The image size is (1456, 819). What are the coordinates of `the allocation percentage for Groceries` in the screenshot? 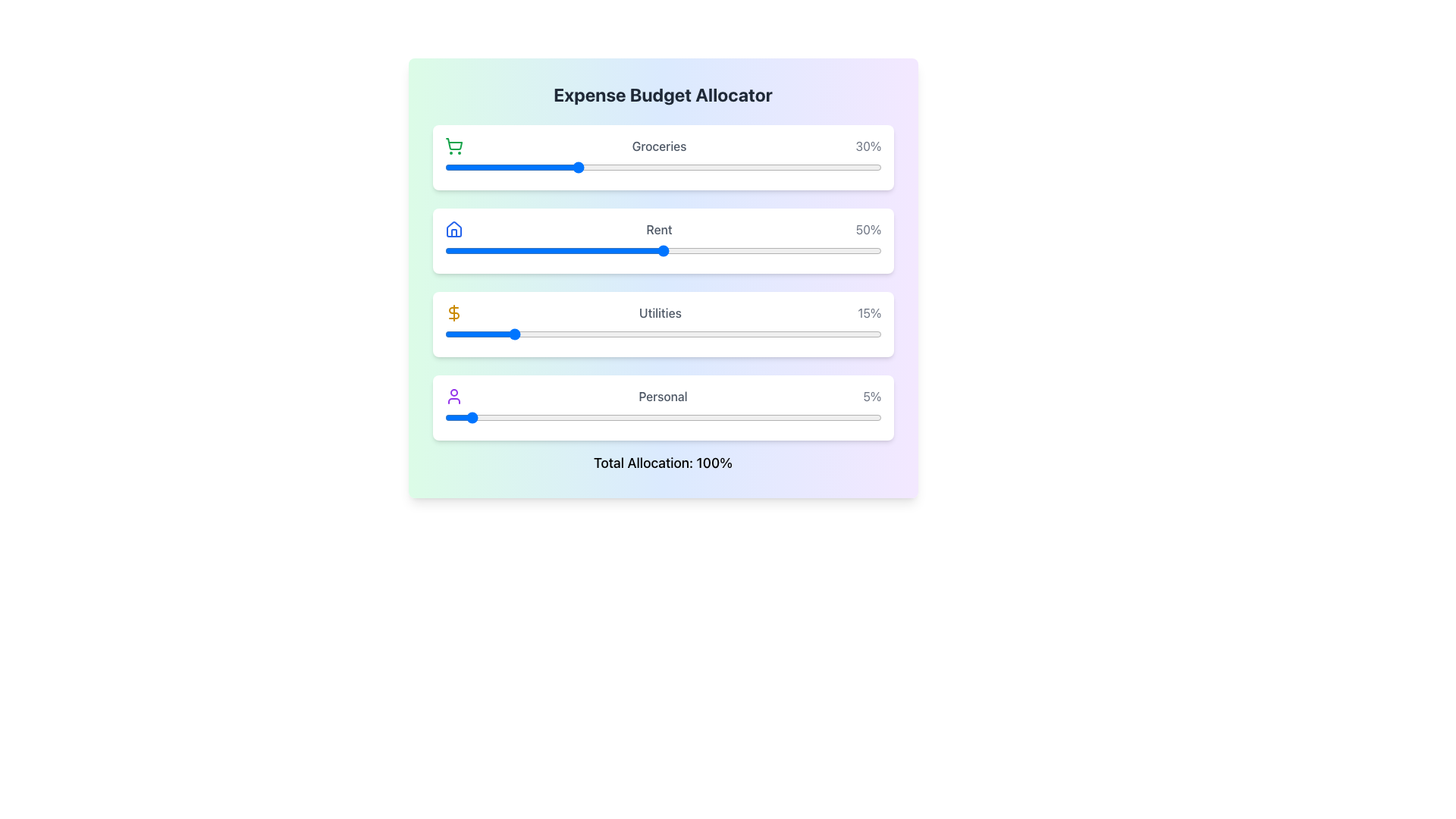 It's located at (457, 167).